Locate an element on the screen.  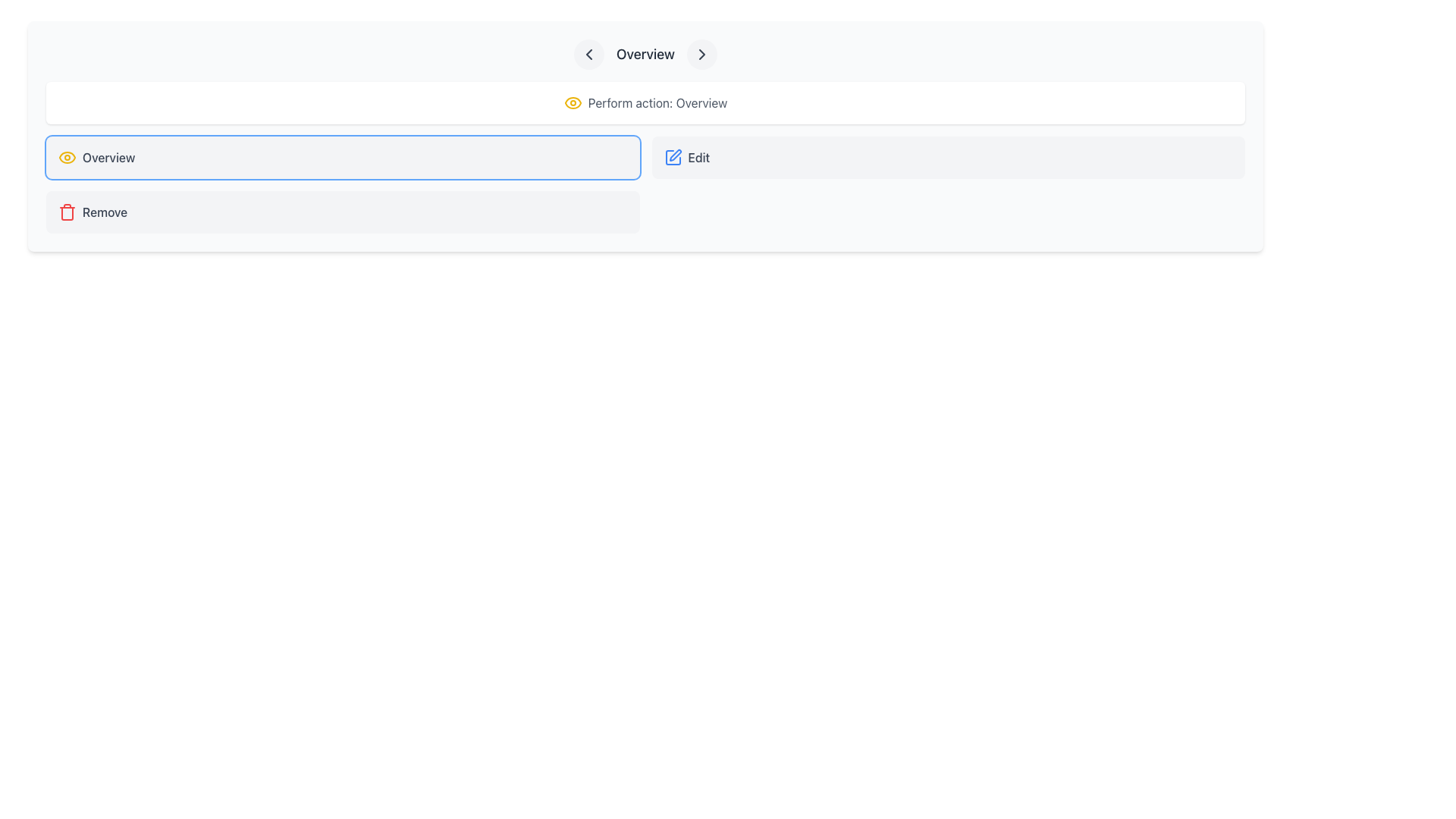
the icon that represents the overview functionality, which is the first component in a box containing the text 'Overview' with a light gray background and rounded corners is located at coordinates (67, 158).